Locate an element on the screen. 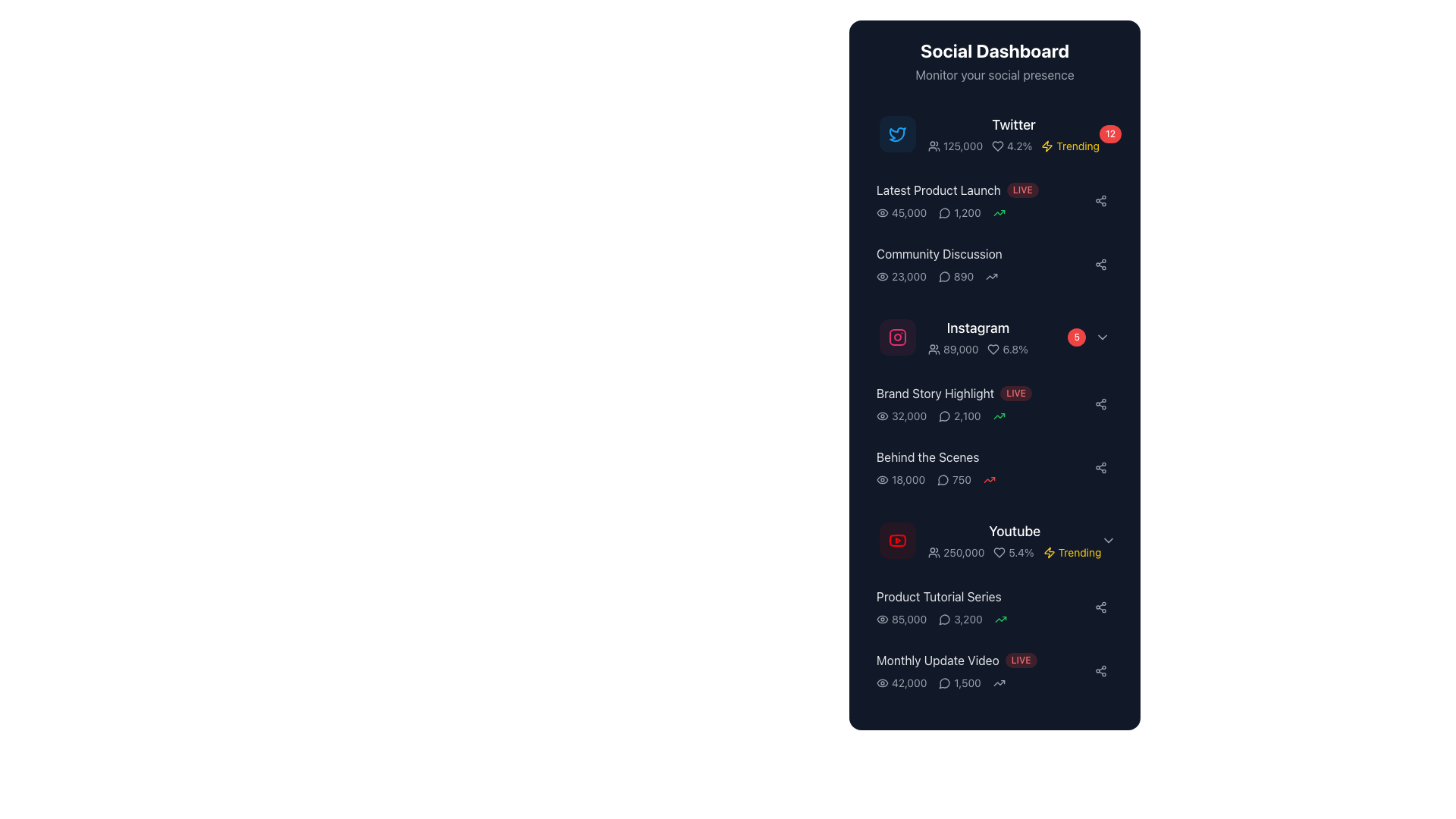 The image size is (1456, 819). the upward trend indicator icon located to the right of the numeric indicator '1,200' in the second row under 'Latest Product Launch' is located at coordinates (999, 213).